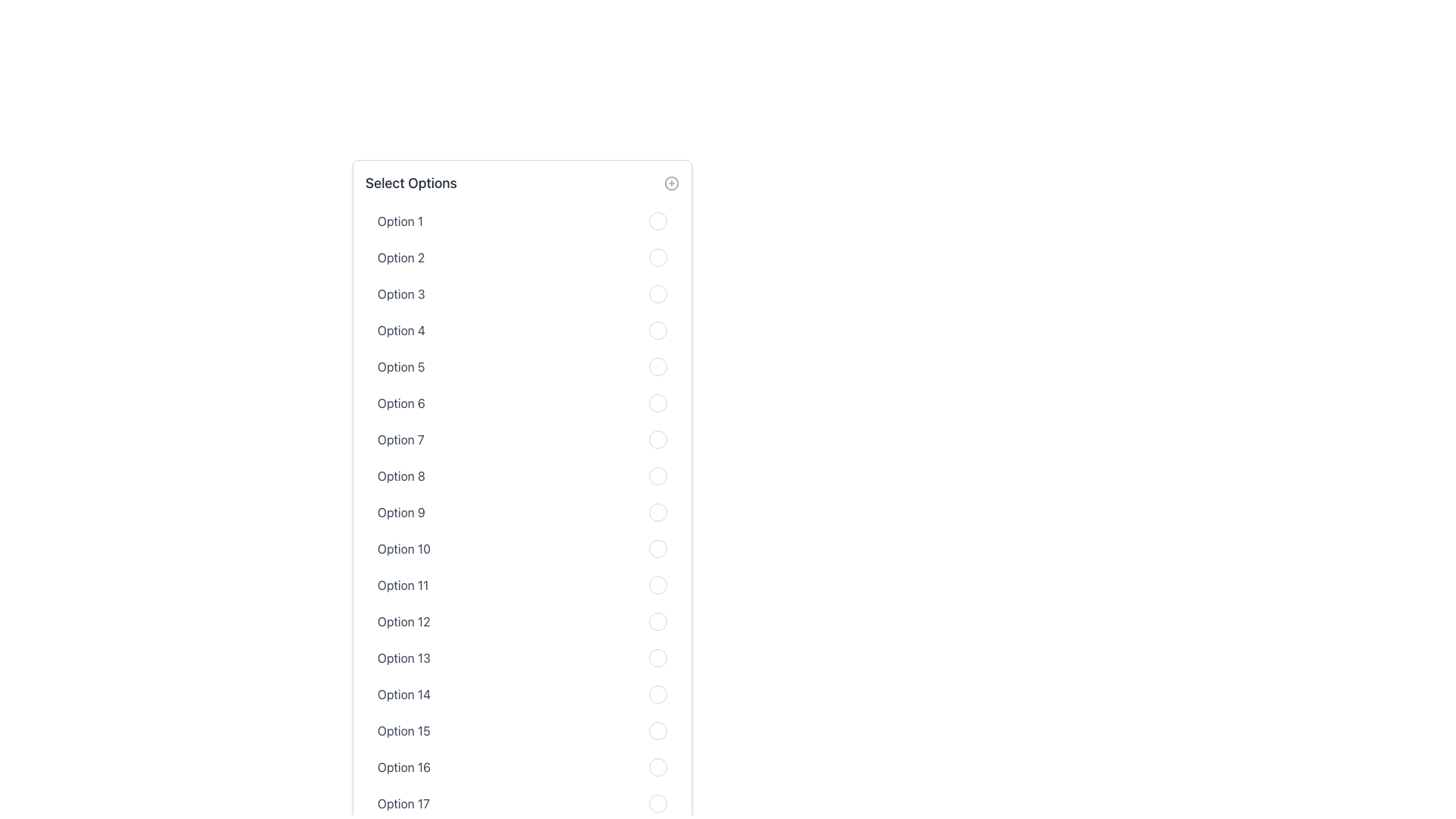 This screenshot has height=819, width=1456. What do you see at coordinates (401, 329) in the screenshot?
I see `the 'Option 4' text label, which identifies the fourth selectable option in the 'Select Options' list` at bounding box center [401, 329].